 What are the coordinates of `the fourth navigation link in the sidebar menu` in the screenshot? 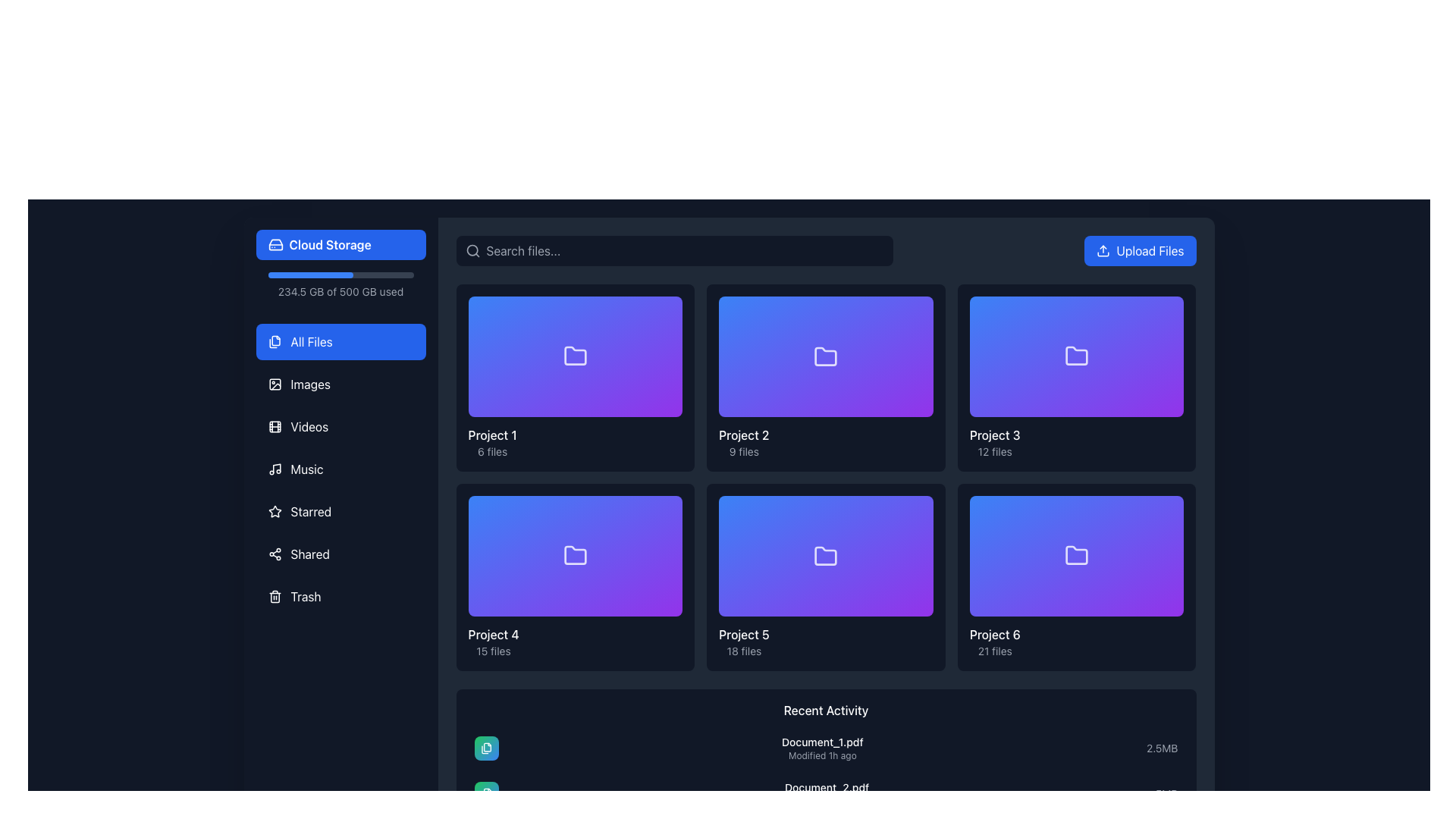 It's located at (340, 468).